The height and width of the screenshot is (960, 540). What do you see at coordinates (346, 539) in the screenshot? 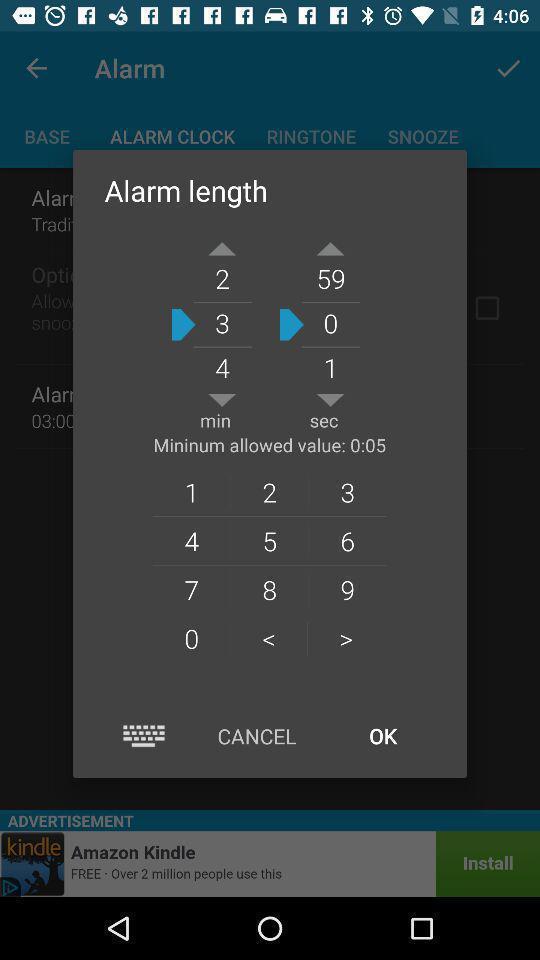
I see `6` at bounding box center [346, 539].